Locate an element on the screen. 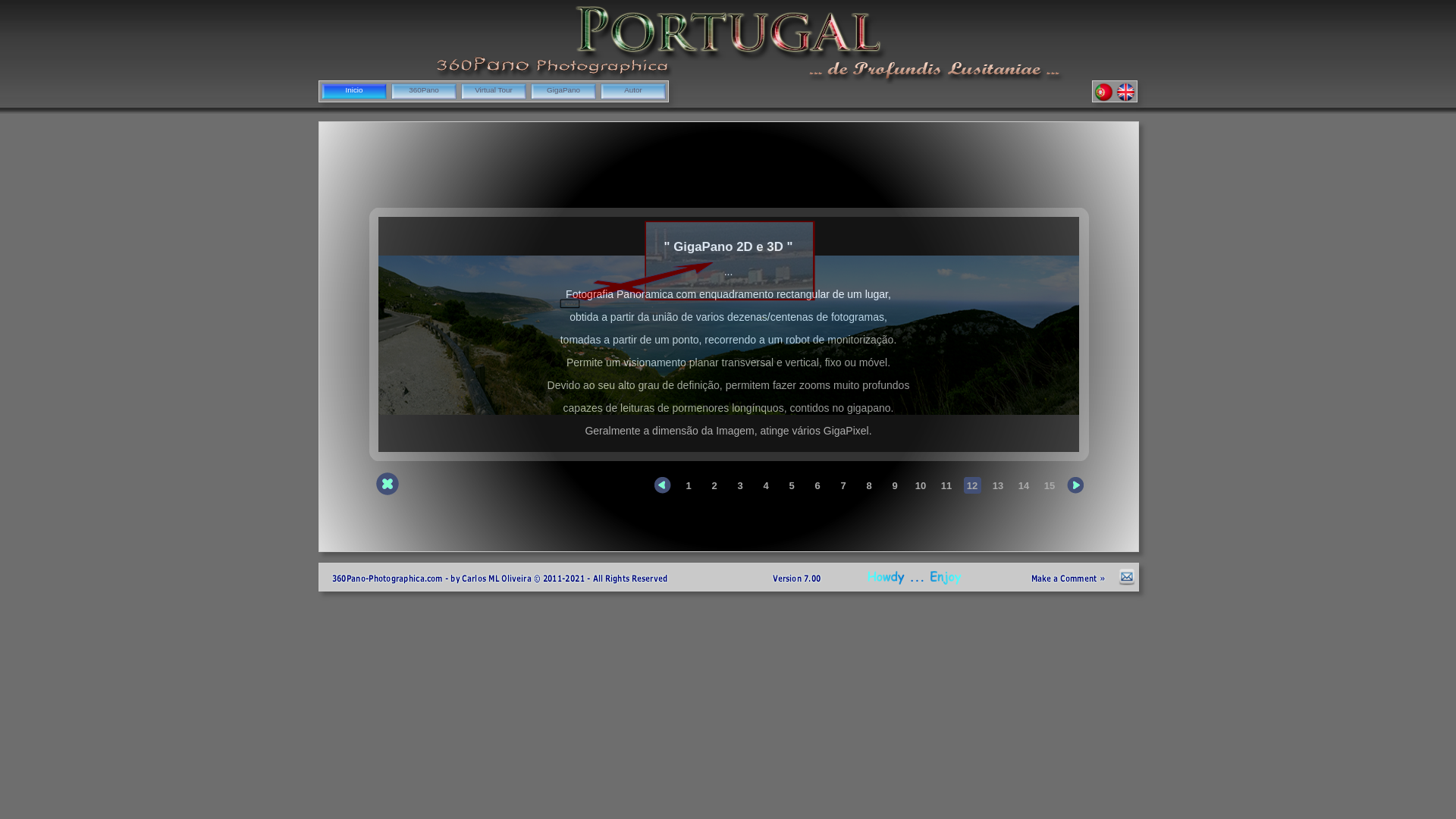  '15' is located at coordinates (1050, 485).